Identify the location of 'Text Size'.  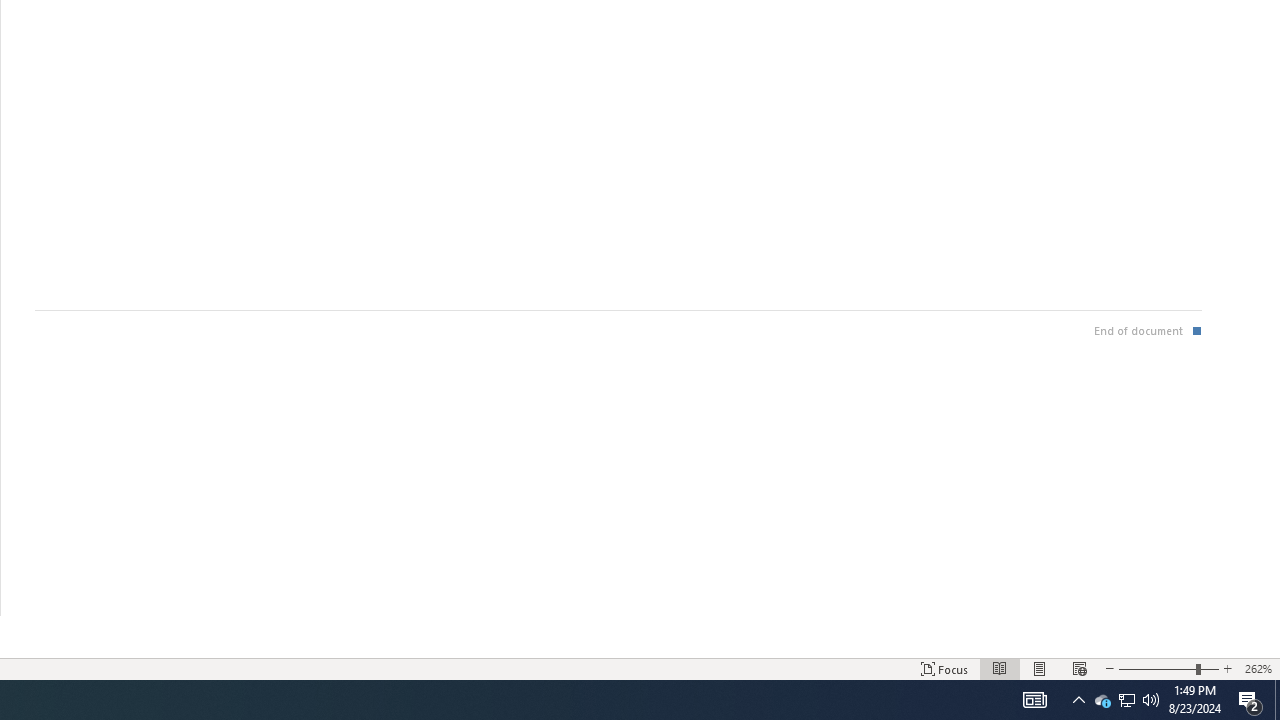
(1168, 669).